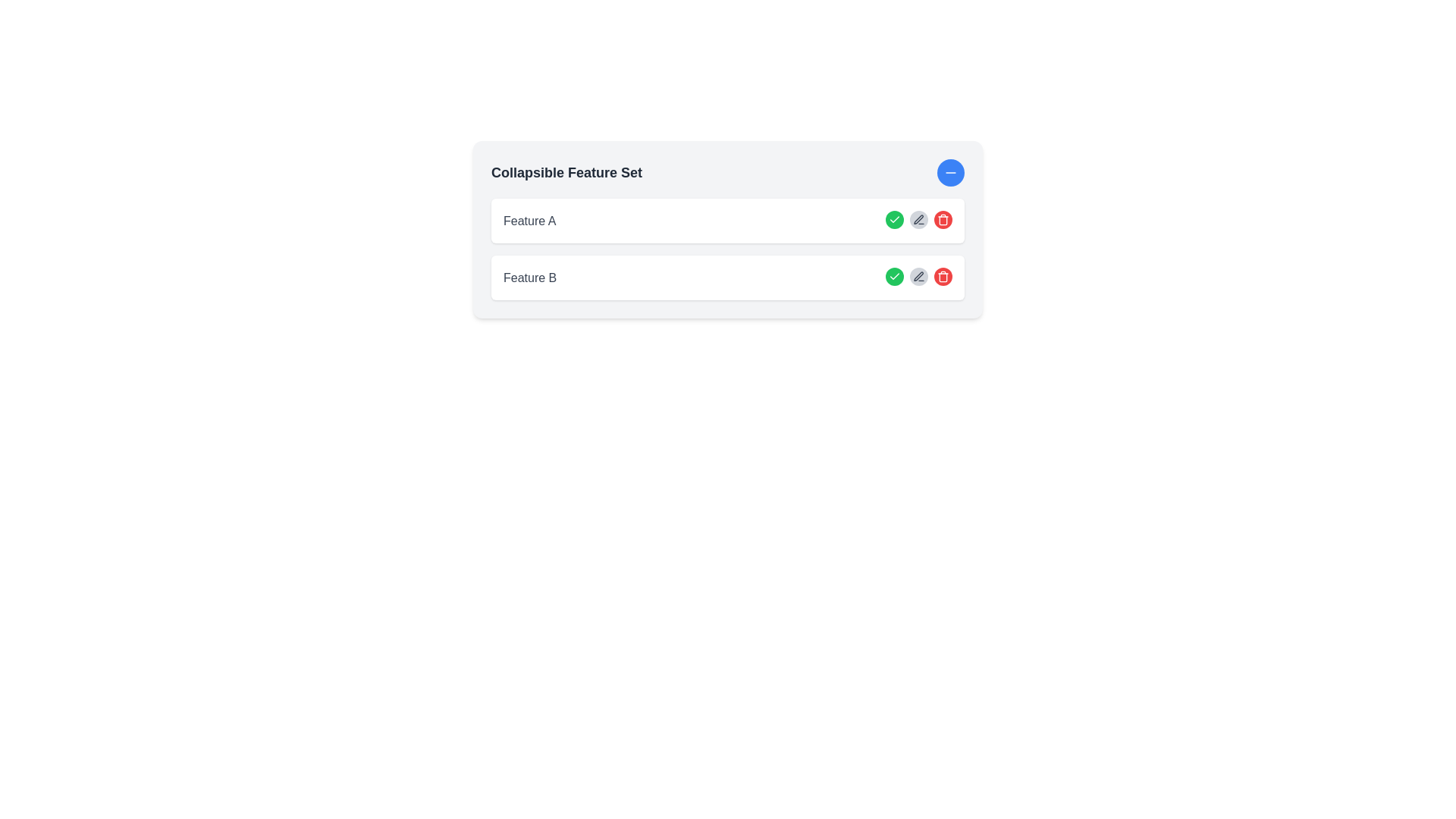  I want to click on the pen icon button located in the second row of actions for Feature B, so click(917, 275).